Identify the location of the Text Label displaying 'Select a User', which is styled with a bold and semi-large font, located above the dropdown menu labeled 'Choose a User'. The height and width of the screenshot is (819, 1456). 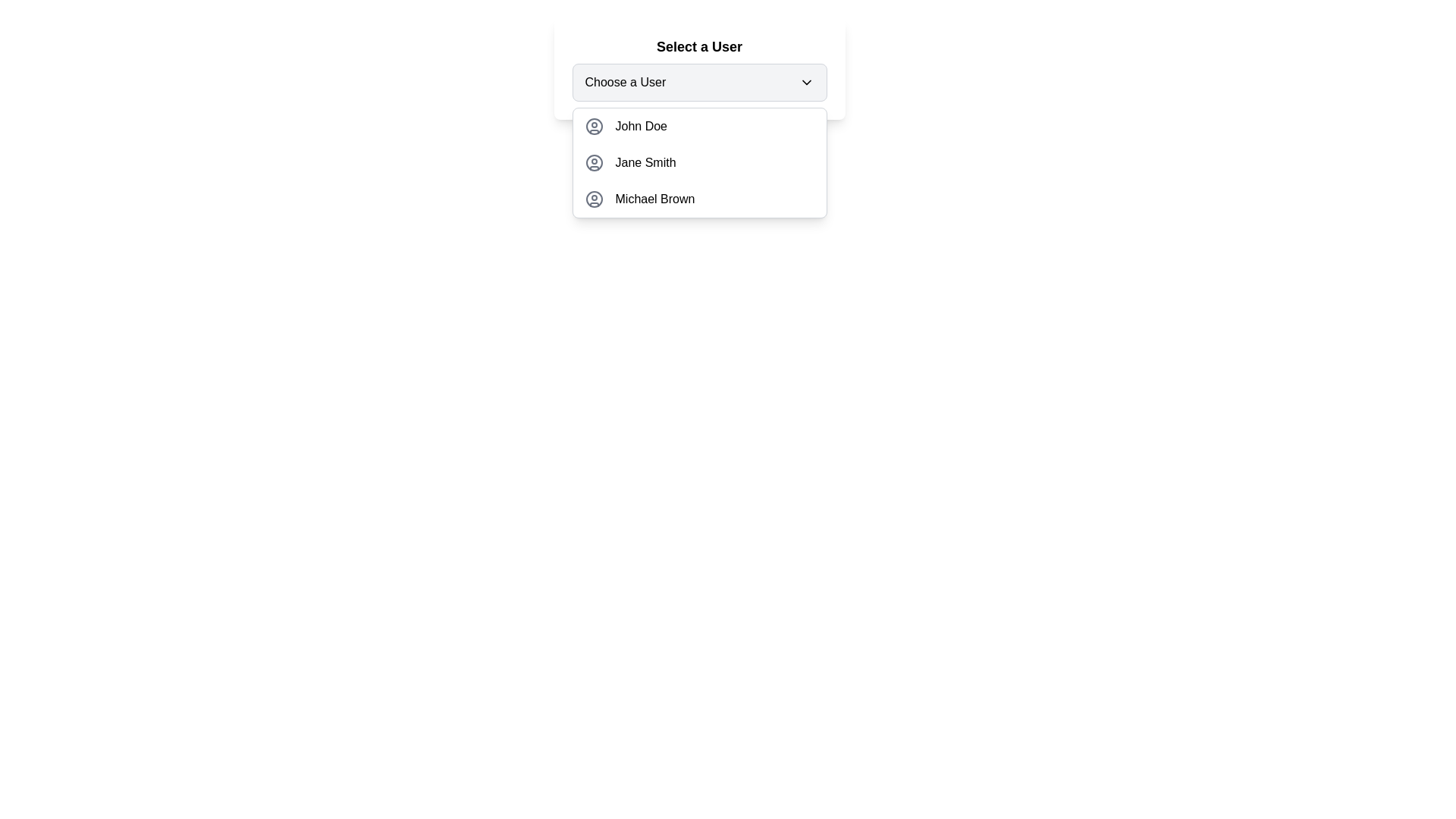
(698, 45).